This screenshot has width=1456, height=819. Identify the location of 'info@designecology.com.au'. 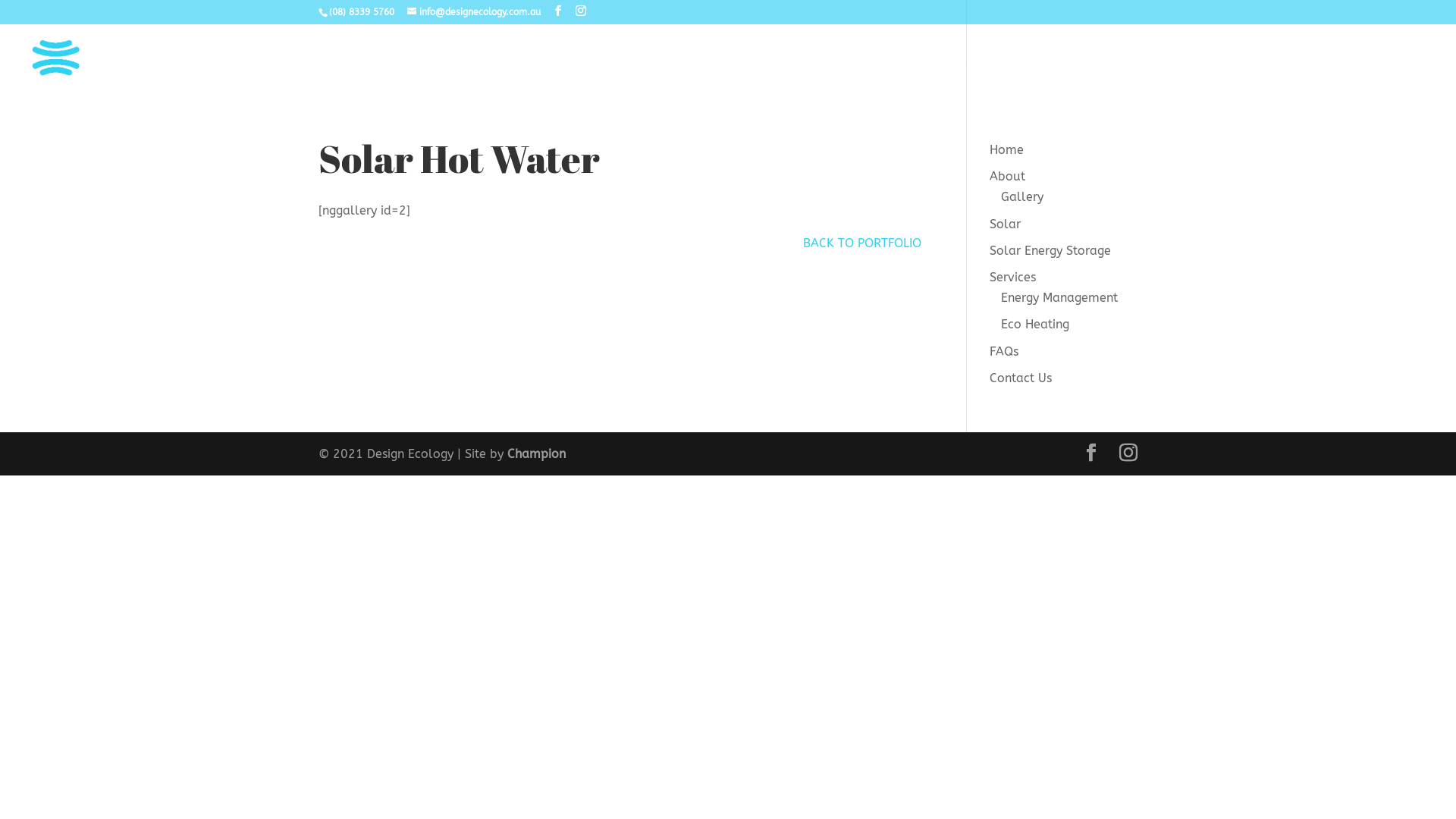
(472, 11).